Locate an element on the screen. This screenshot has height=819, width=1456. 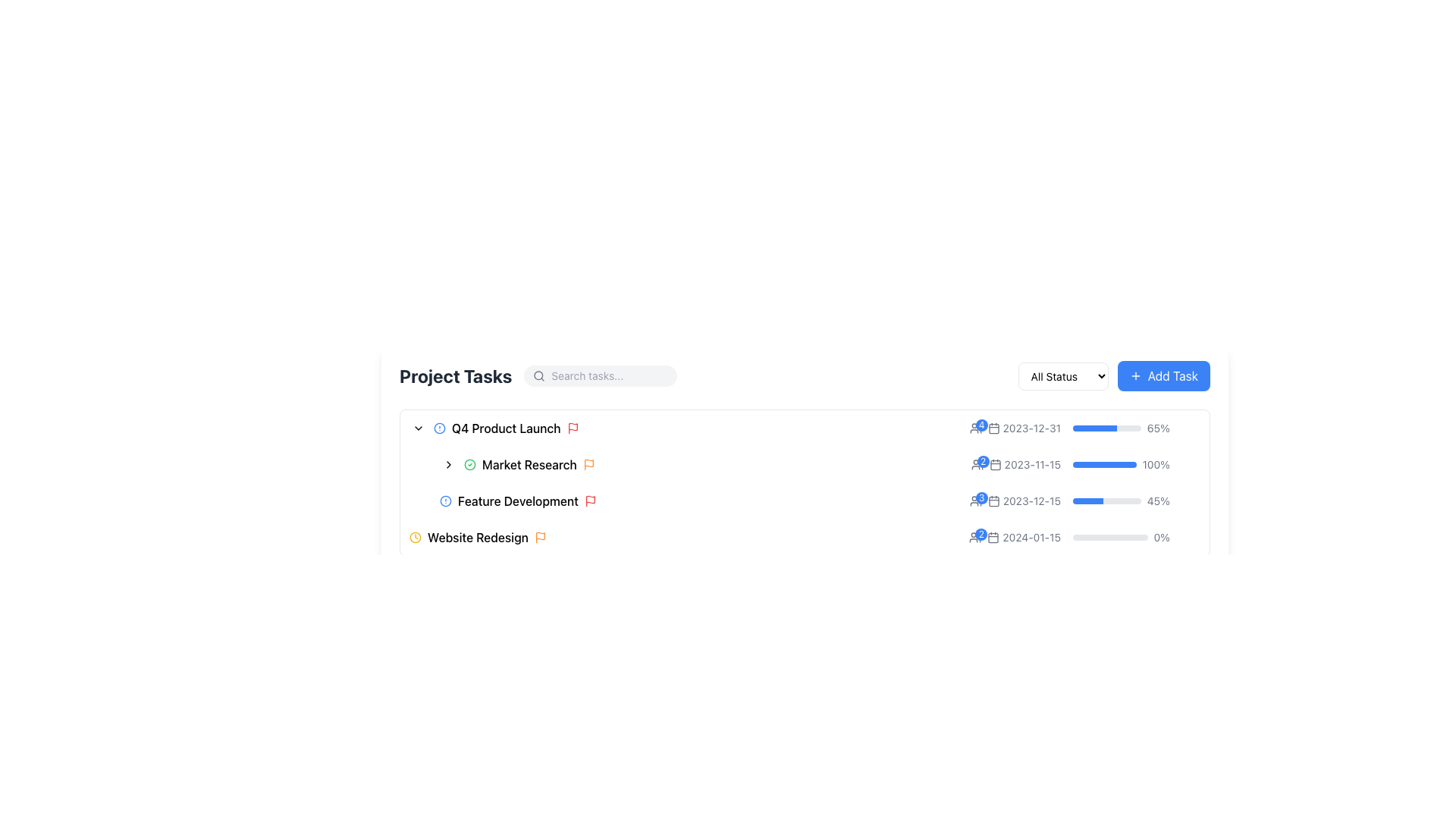
the progress bar representing the task under the 'Website Redesign' section, which is currently at 0% completion is located at coordinates (1110, 537).